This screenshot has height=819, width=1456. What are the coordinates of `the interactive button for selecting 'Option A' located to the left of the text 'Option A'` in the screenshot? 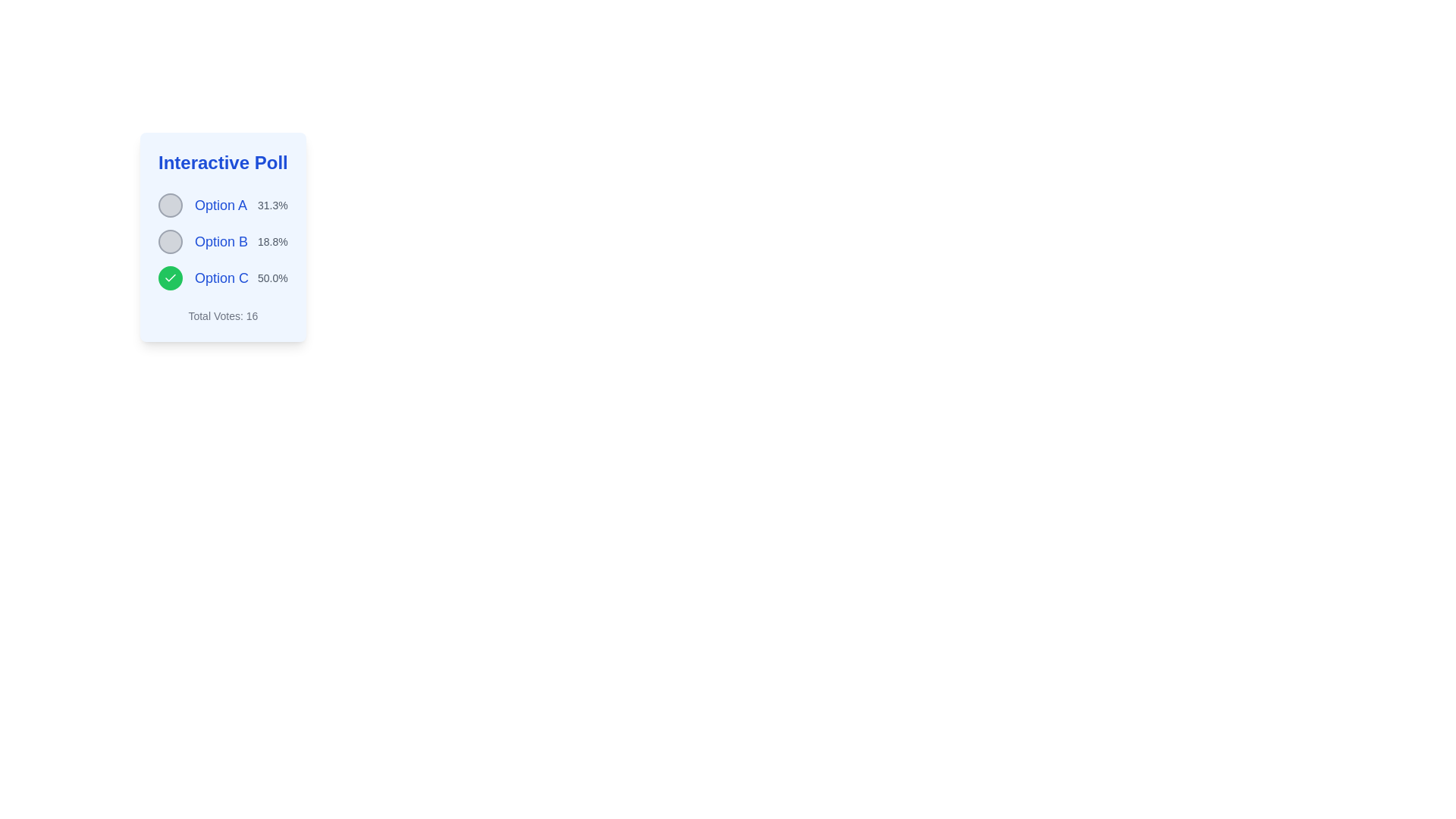 It's located at (171, 205).